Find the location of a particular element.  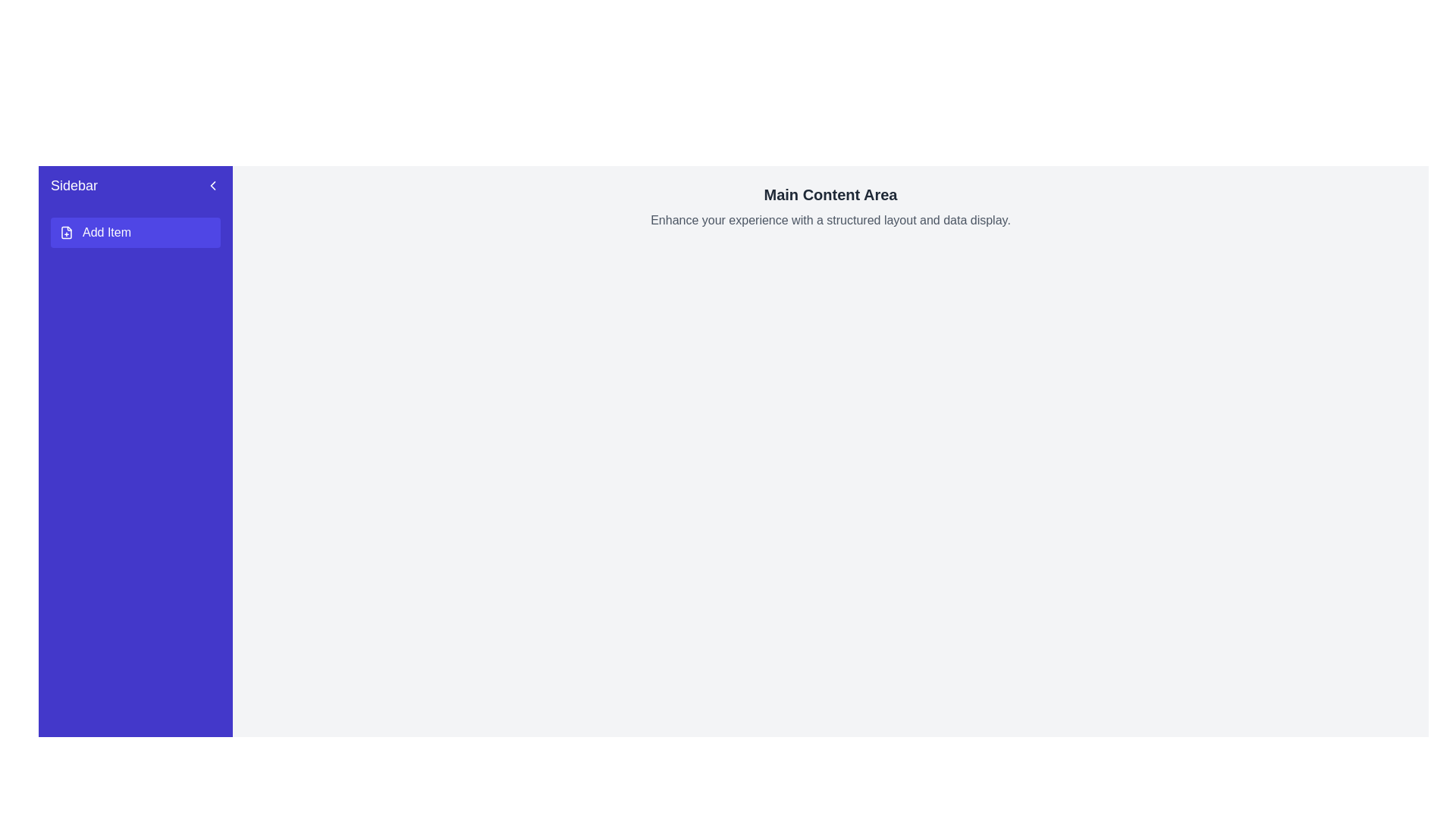

the 'Add Item' button icon located in the top left corner of the interface, which allows the user to add a new item is located at coordinates (65, 233).